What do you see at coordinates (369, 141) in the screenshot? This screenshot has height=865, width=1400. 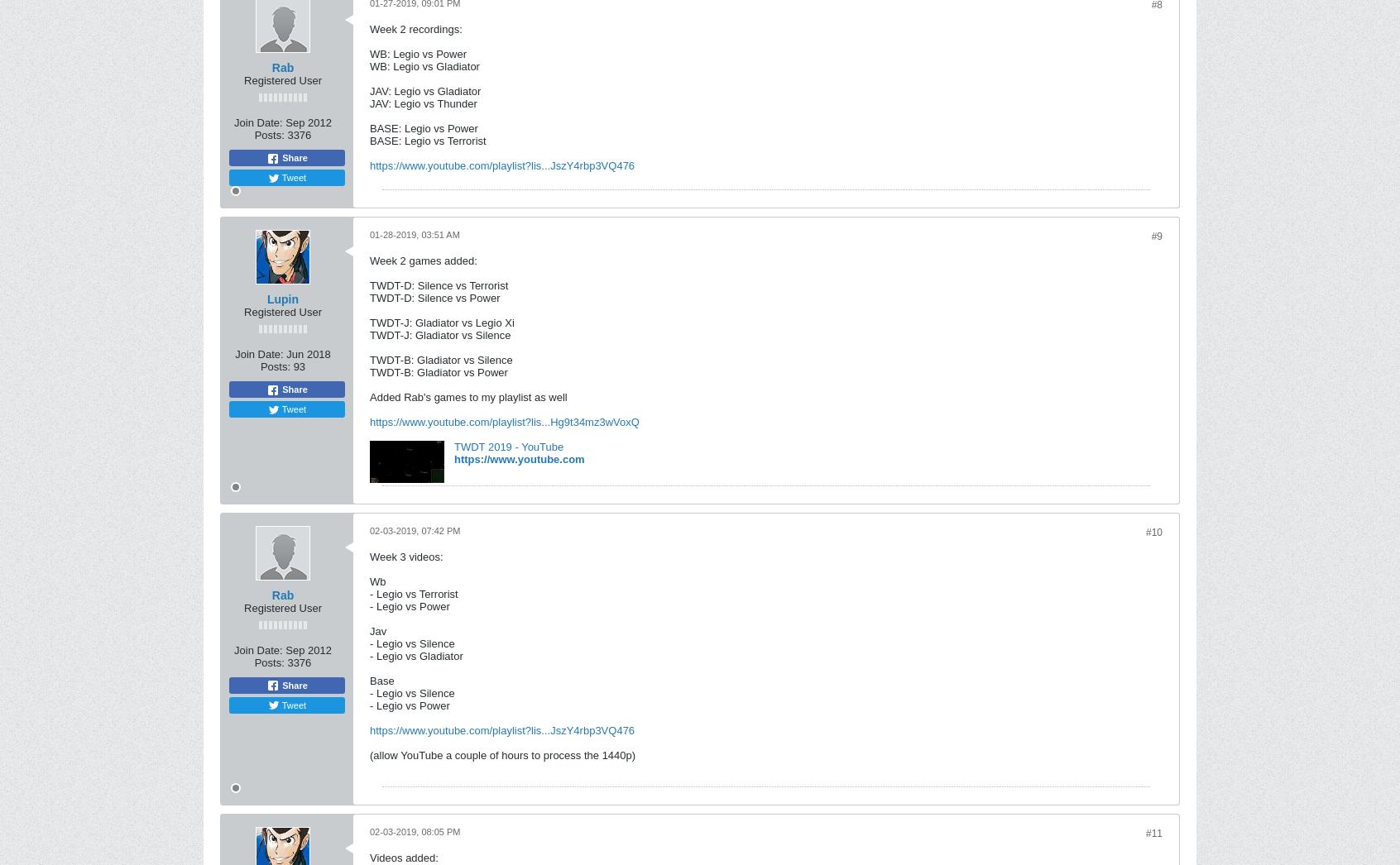 I see `'BASE: Legio vs Terrorist'` at bounding box center [369, 141].